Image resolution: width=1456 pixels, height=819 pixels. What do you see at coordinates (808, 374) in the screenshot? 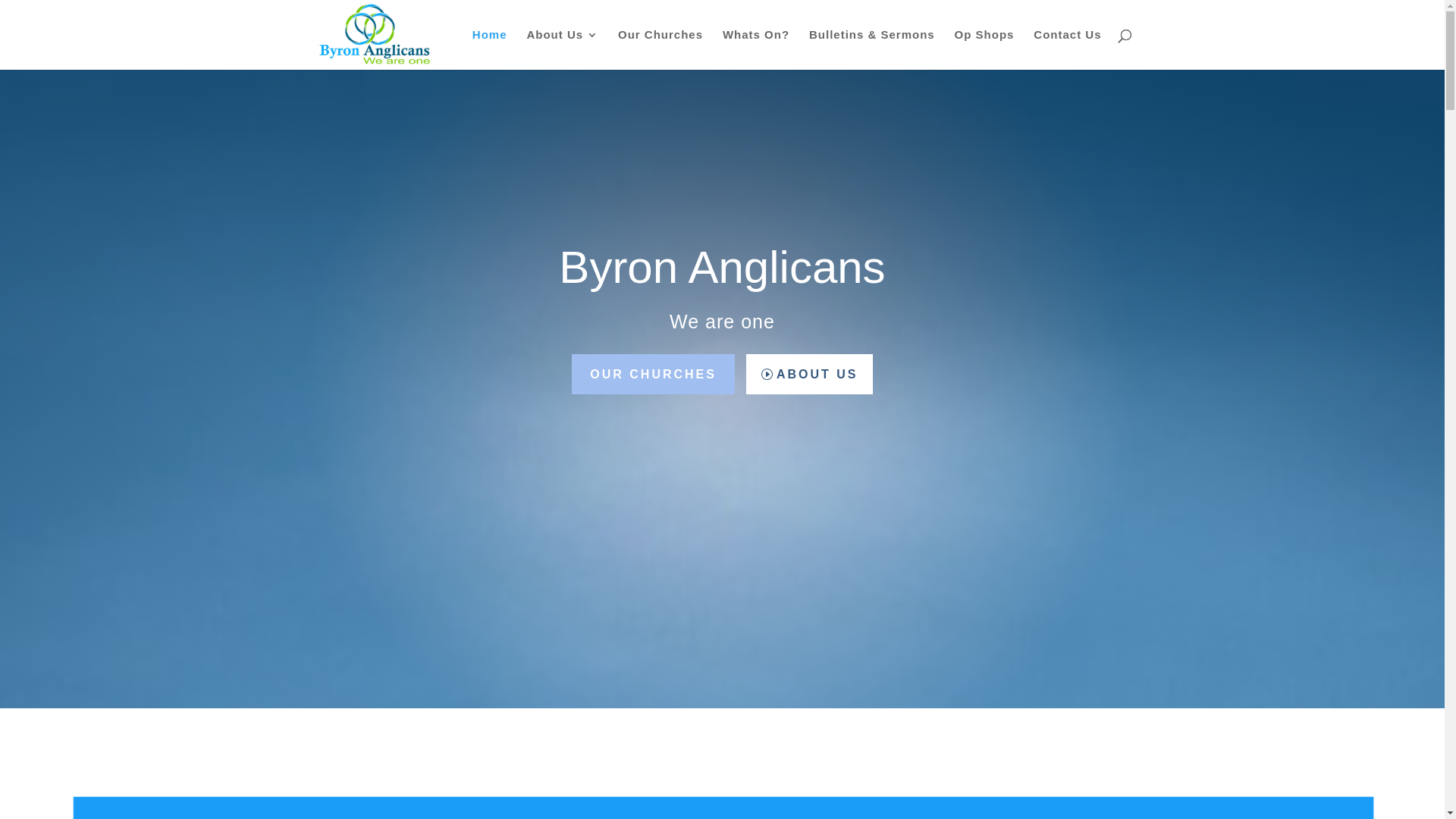
I see `'ABOUT US'` at bounding box center [808, 374].